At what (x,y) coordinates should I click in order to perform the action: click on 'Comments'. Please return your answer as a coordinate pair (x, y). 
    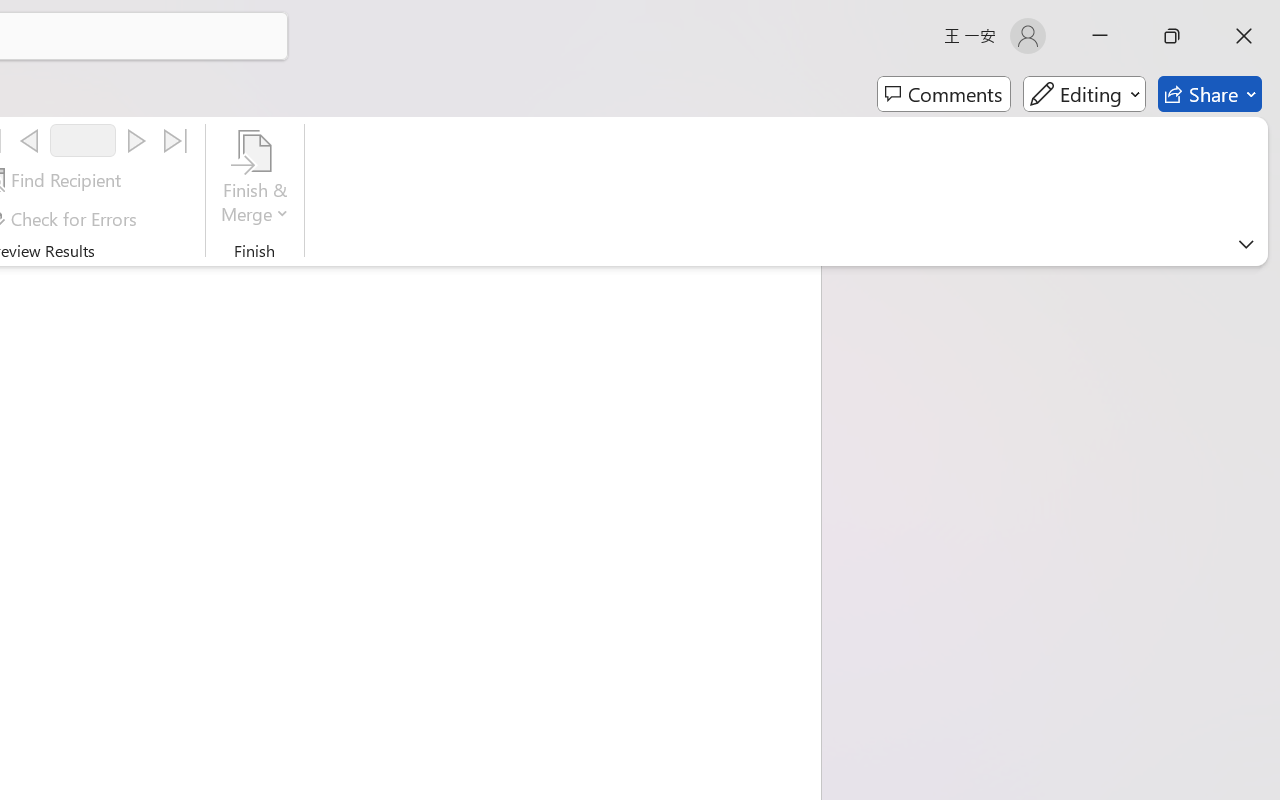
    Looking at the image, I should click on (943, 94).